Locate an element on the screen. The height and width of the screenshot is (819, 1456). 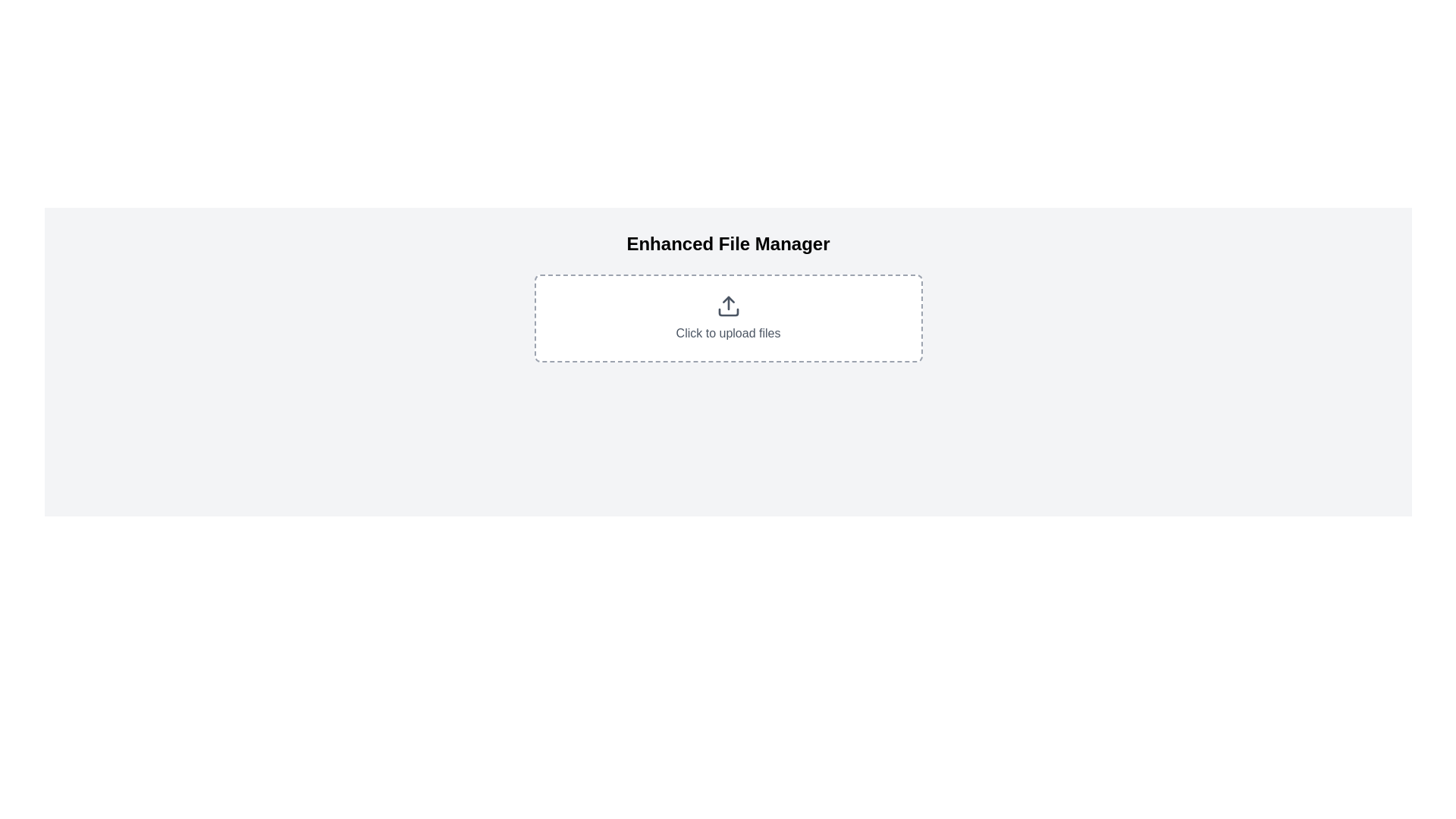
the large, bold header text 'Enhanced File Manager' located at the top center of the page, above the file upload section is located at coordinates (728, 243).